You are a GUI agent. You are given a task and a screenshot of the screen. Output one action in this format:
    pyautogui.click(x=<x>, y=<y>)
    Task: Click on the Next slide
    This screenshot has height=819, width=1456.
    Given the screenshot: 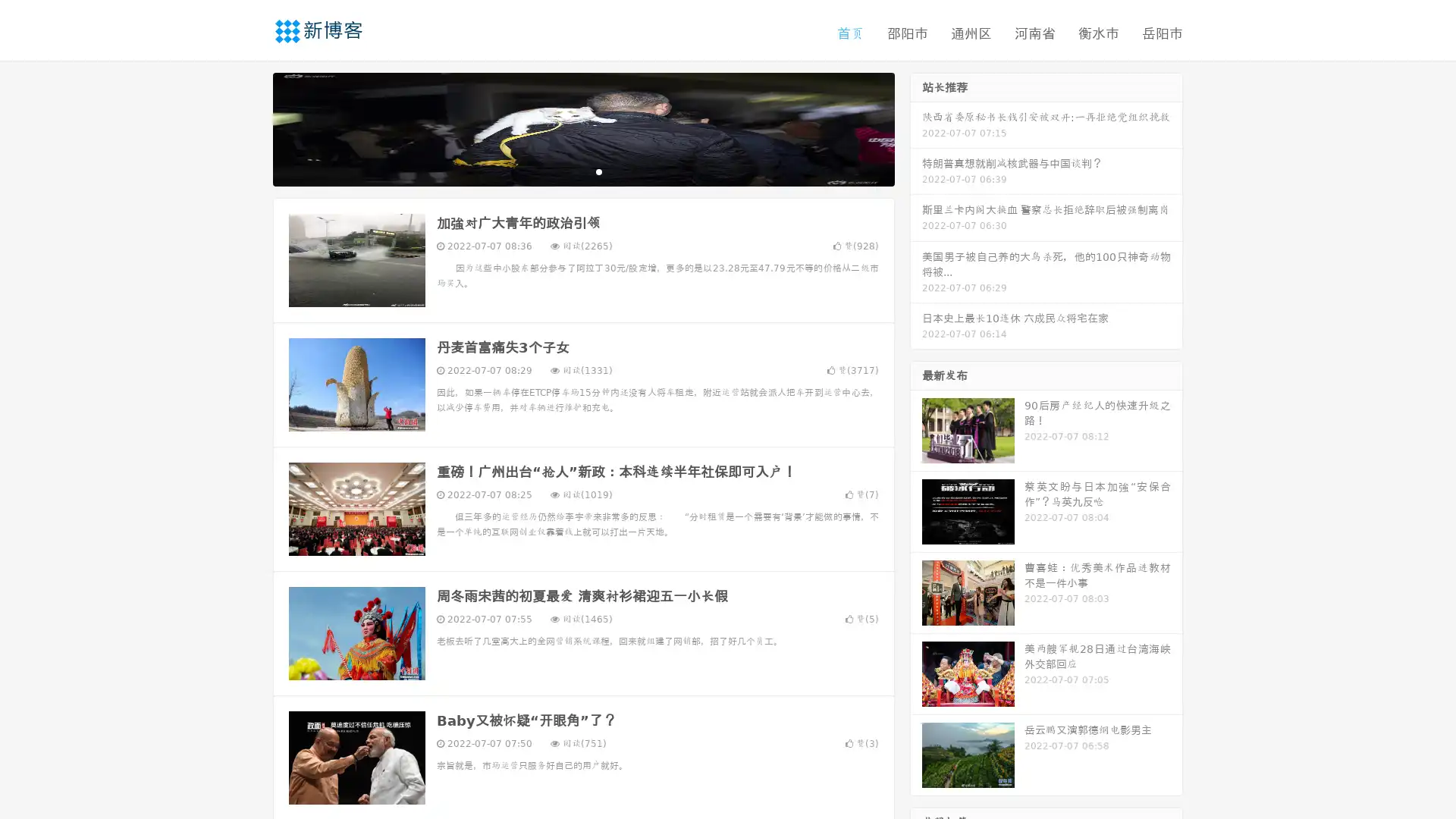 What is the action you would take?
    pyautogui.click(x=916, y=127)
    